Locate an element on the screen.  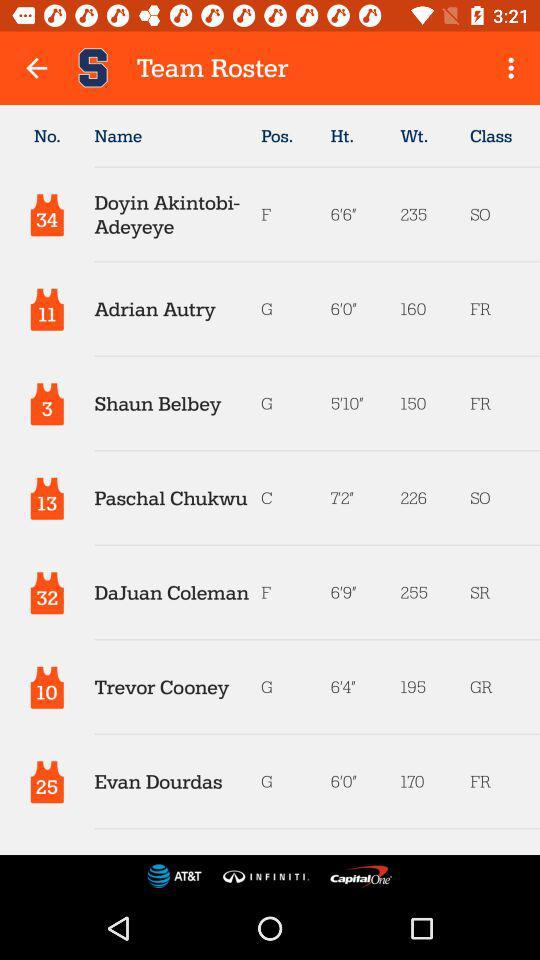
item above the no. icon is located at coordinates (36, 68).